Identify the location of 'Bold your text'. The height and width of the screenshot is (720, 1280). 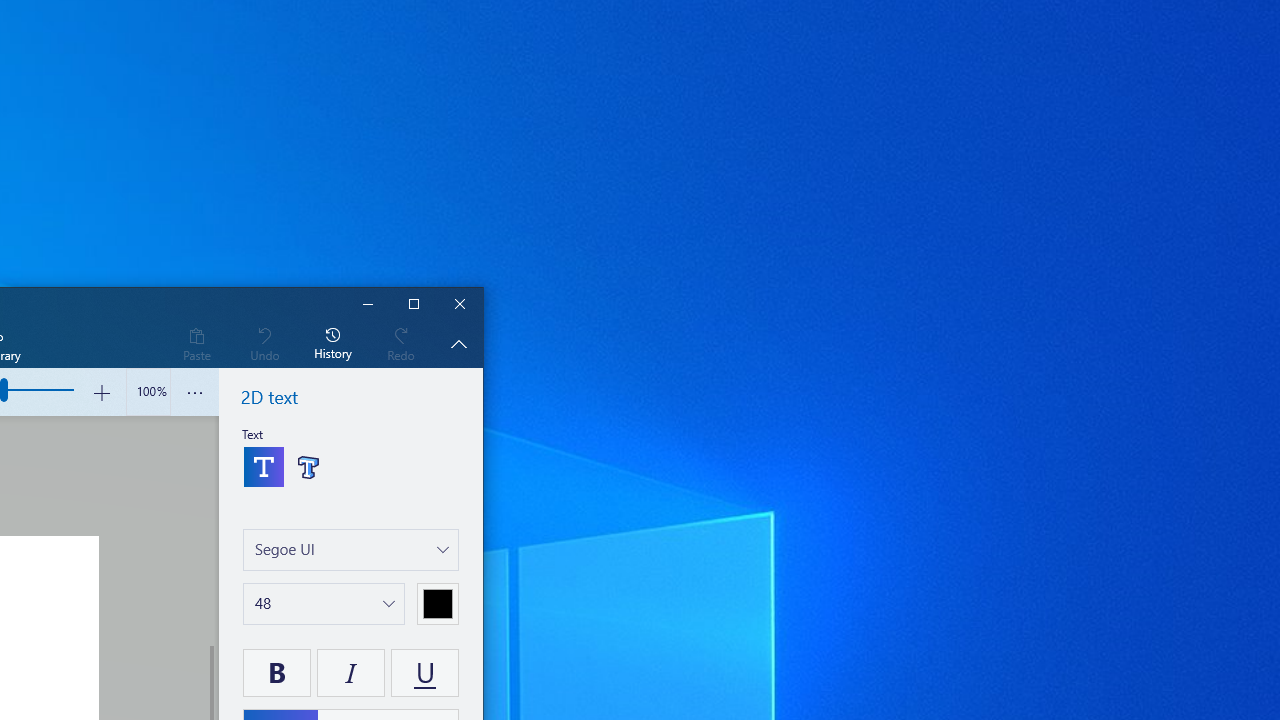
(276, 672).